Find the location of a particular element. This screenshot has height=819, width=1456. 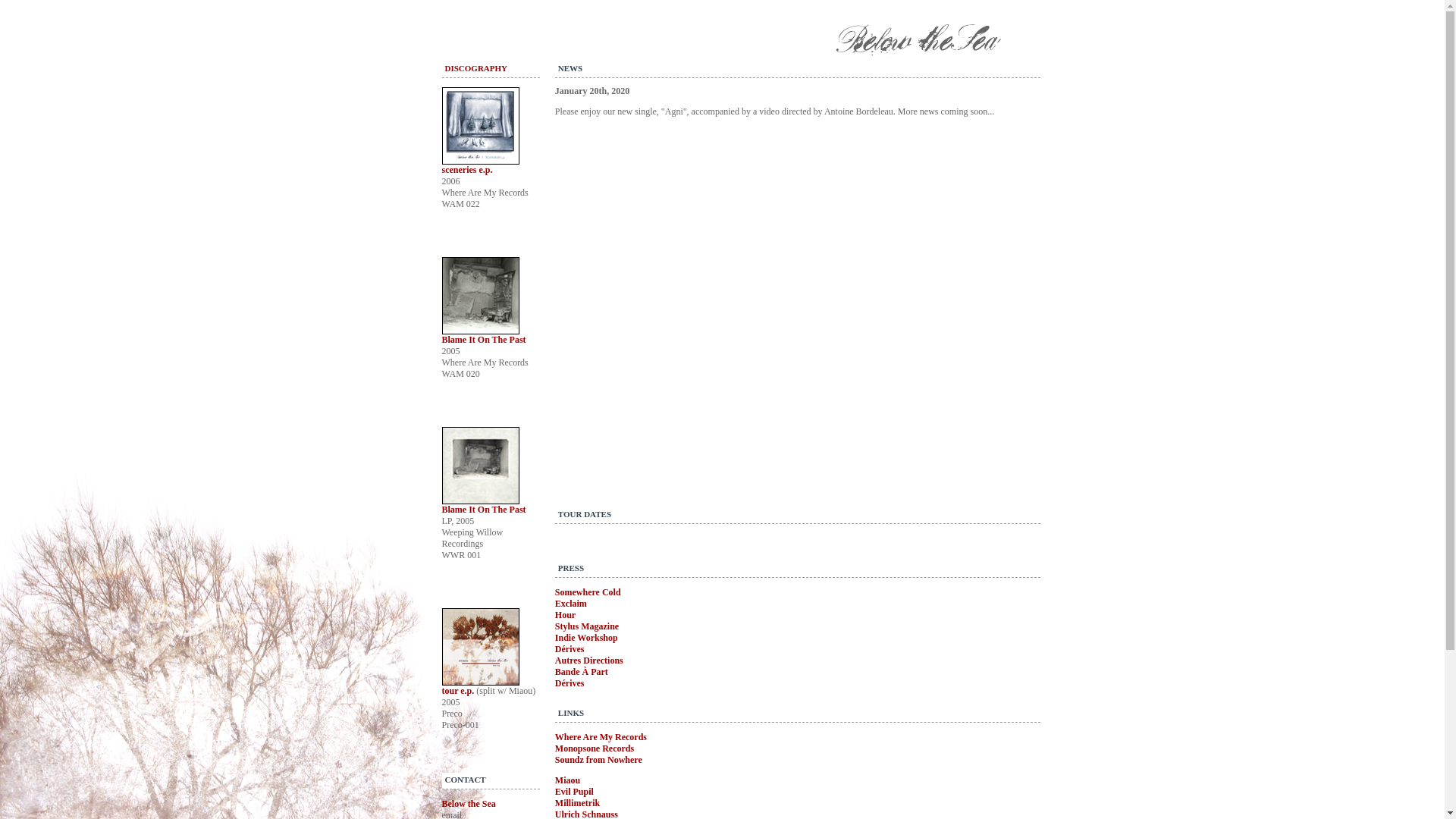

'Somewhere Cold' is located at coordinates (587, 591).